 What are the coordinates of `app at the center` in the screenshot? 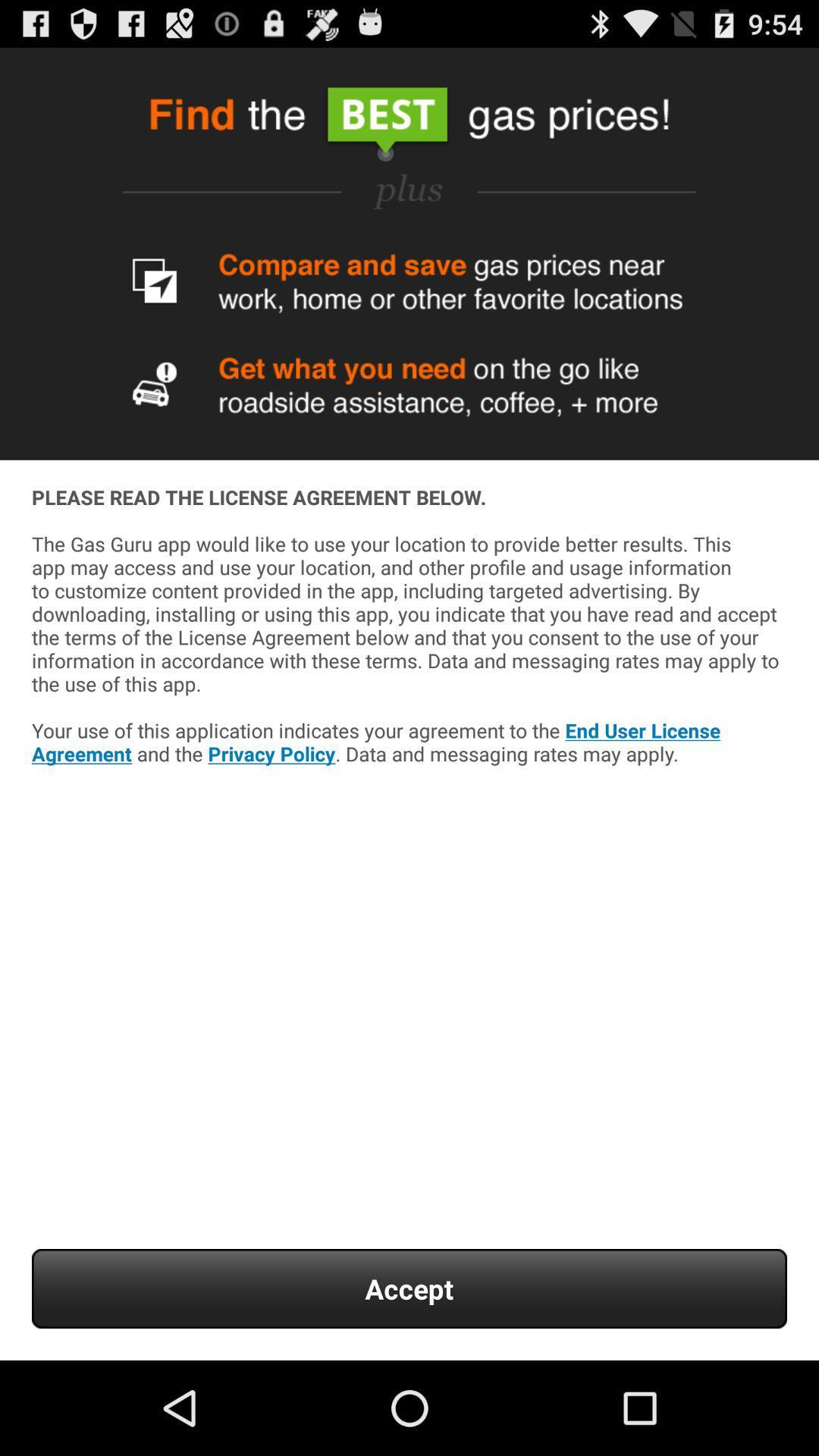 It's located at (409, 668).